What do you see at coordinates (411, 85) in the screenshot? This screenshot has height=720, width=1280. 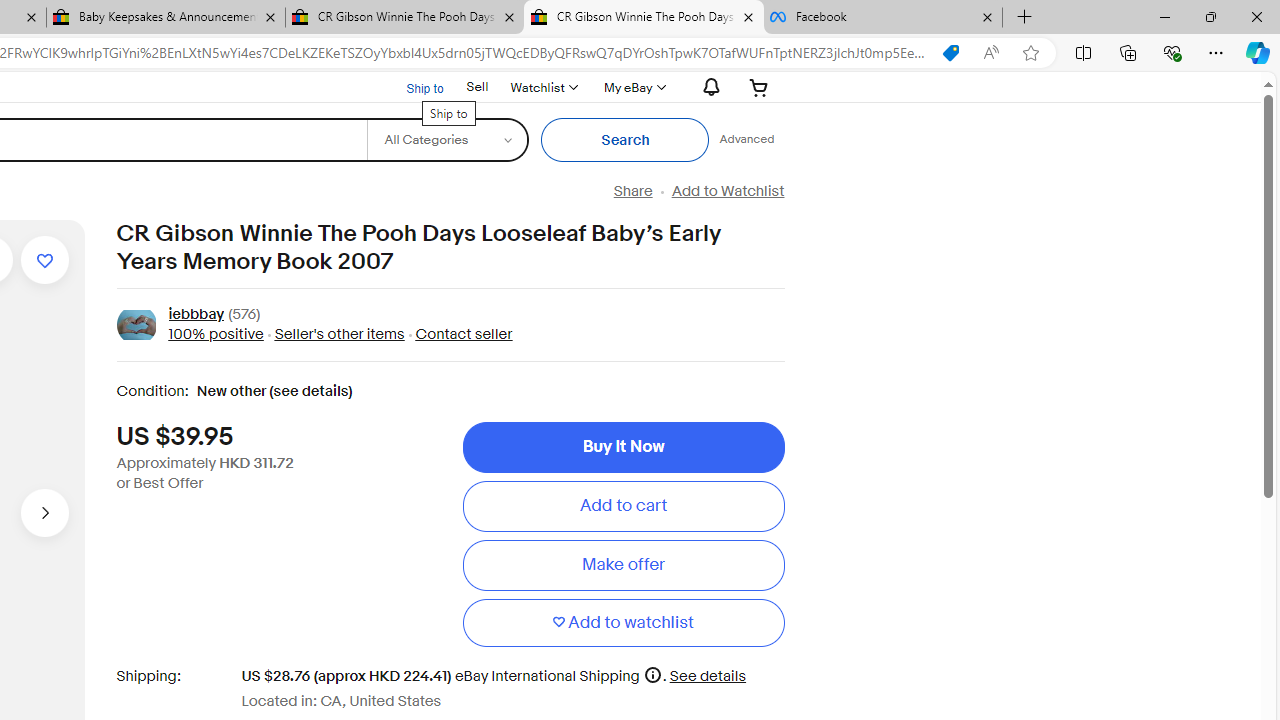 I see `'AutomationID: gh-shipto-click'` at bounding box center [411, 85].